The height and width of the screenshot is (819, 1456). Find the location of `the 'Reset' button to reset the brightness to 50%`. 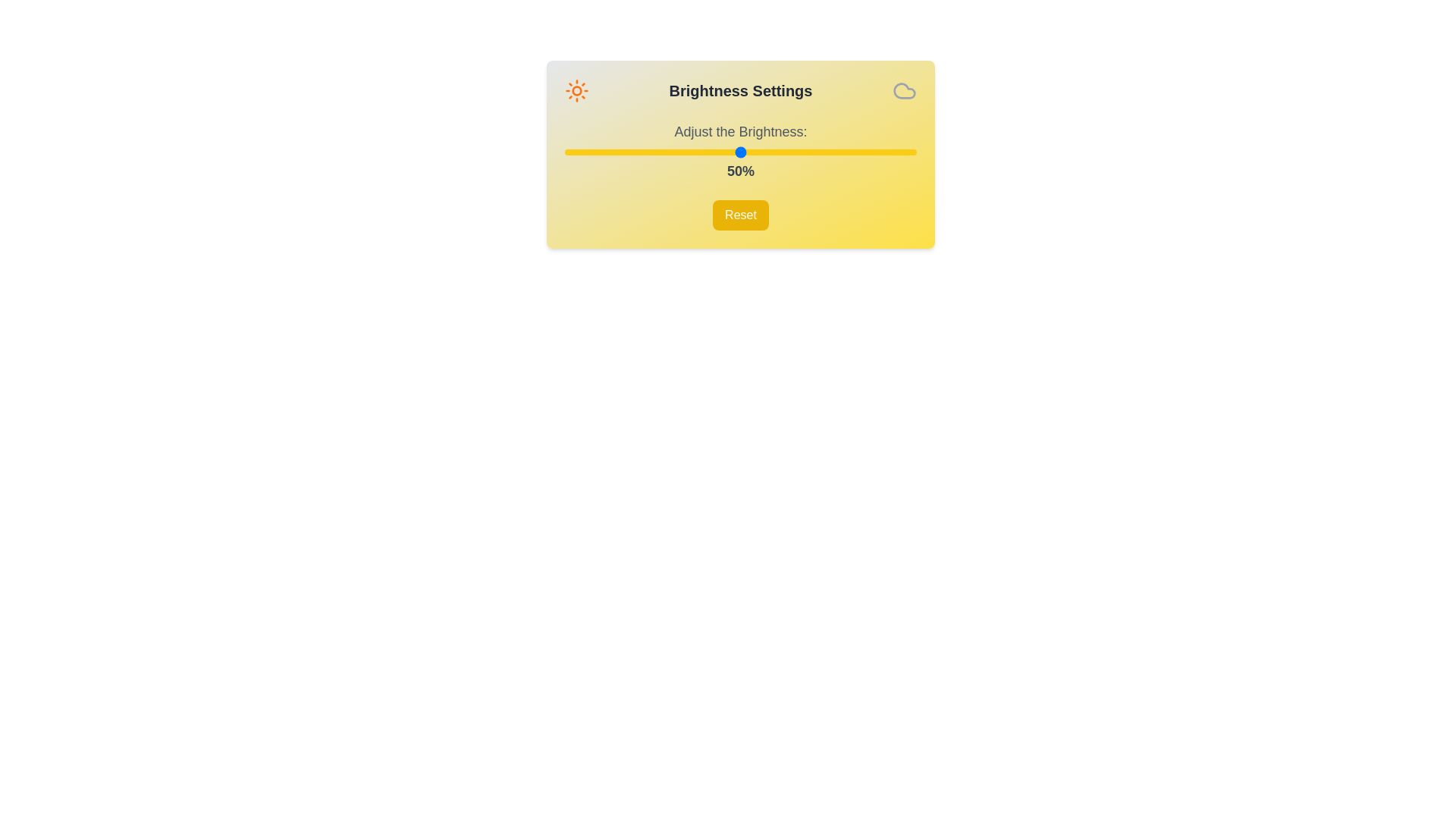

the 'Reset' button to reset the brightness to 50% is located at coordinates (740, 215).